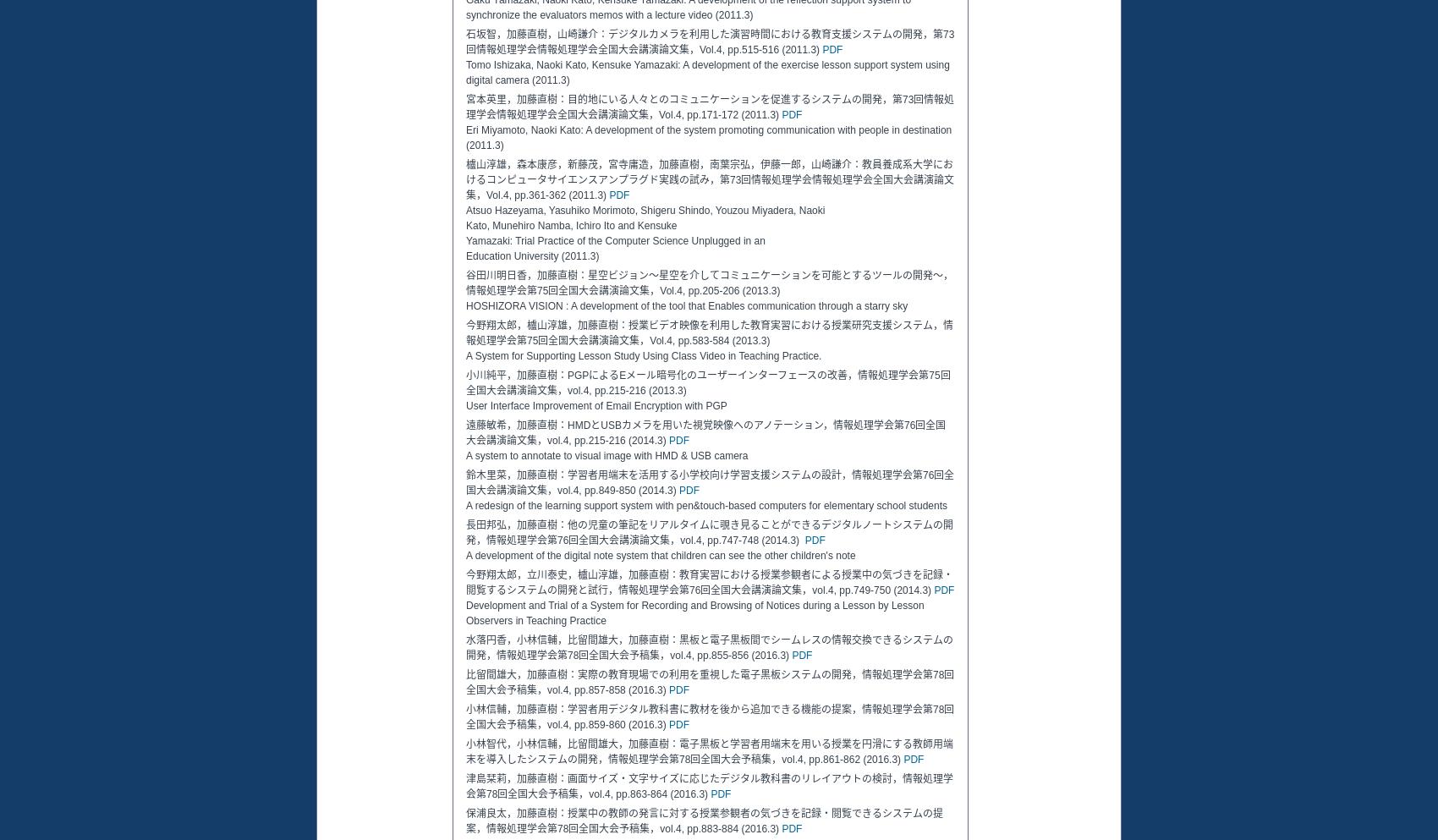  What do you see at coordinates (659, 555) in the screenshot?
I see `'A development of the digital note system that children can see the other children's note'` at bounding box center [659, 555].